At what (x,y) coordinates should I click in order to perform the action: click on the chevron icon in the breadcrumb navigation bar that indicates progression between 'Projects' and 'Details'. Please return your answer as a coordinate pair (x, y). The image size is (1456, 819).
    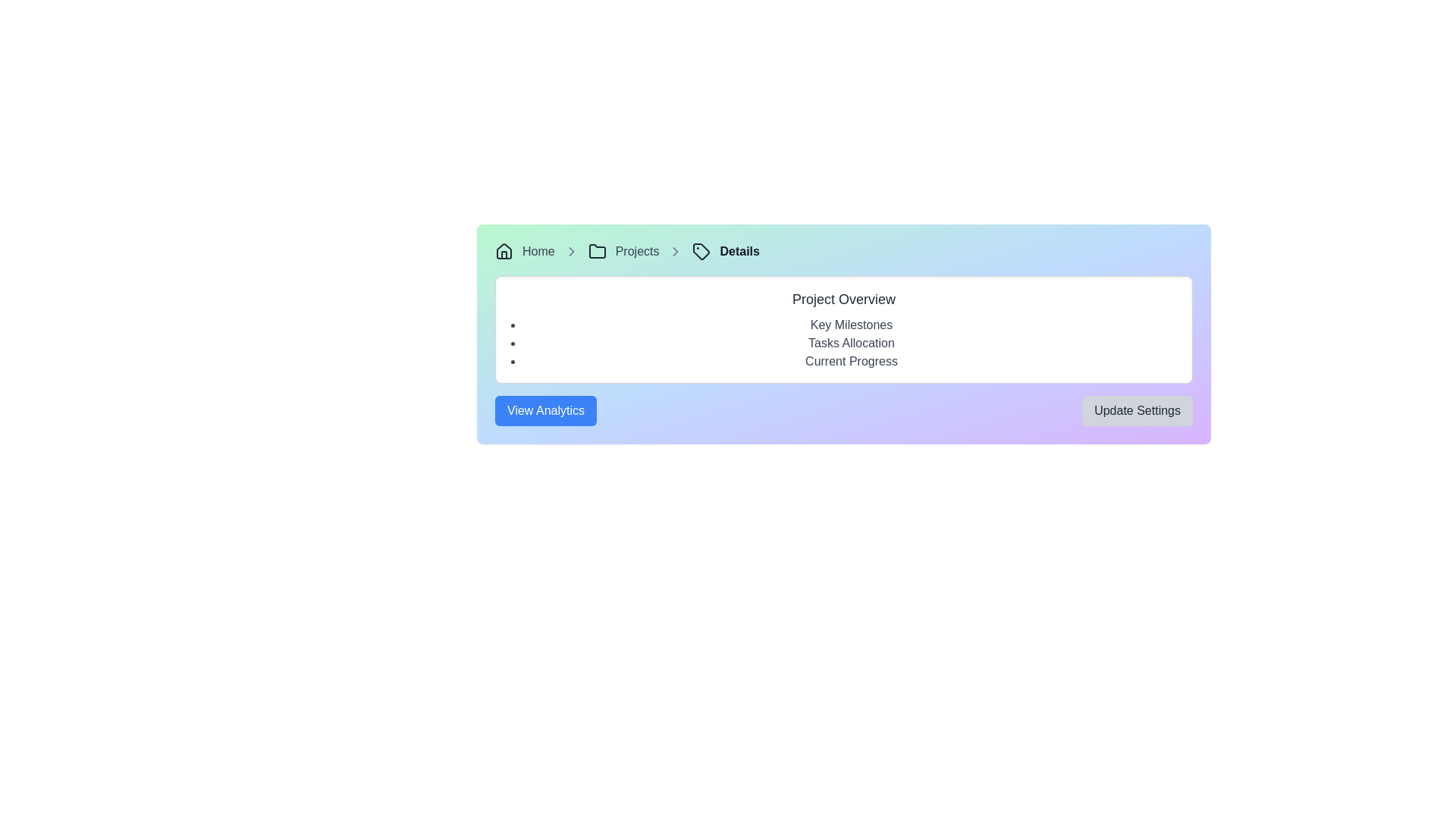
    Looking at the image, I should click on (570, 250).